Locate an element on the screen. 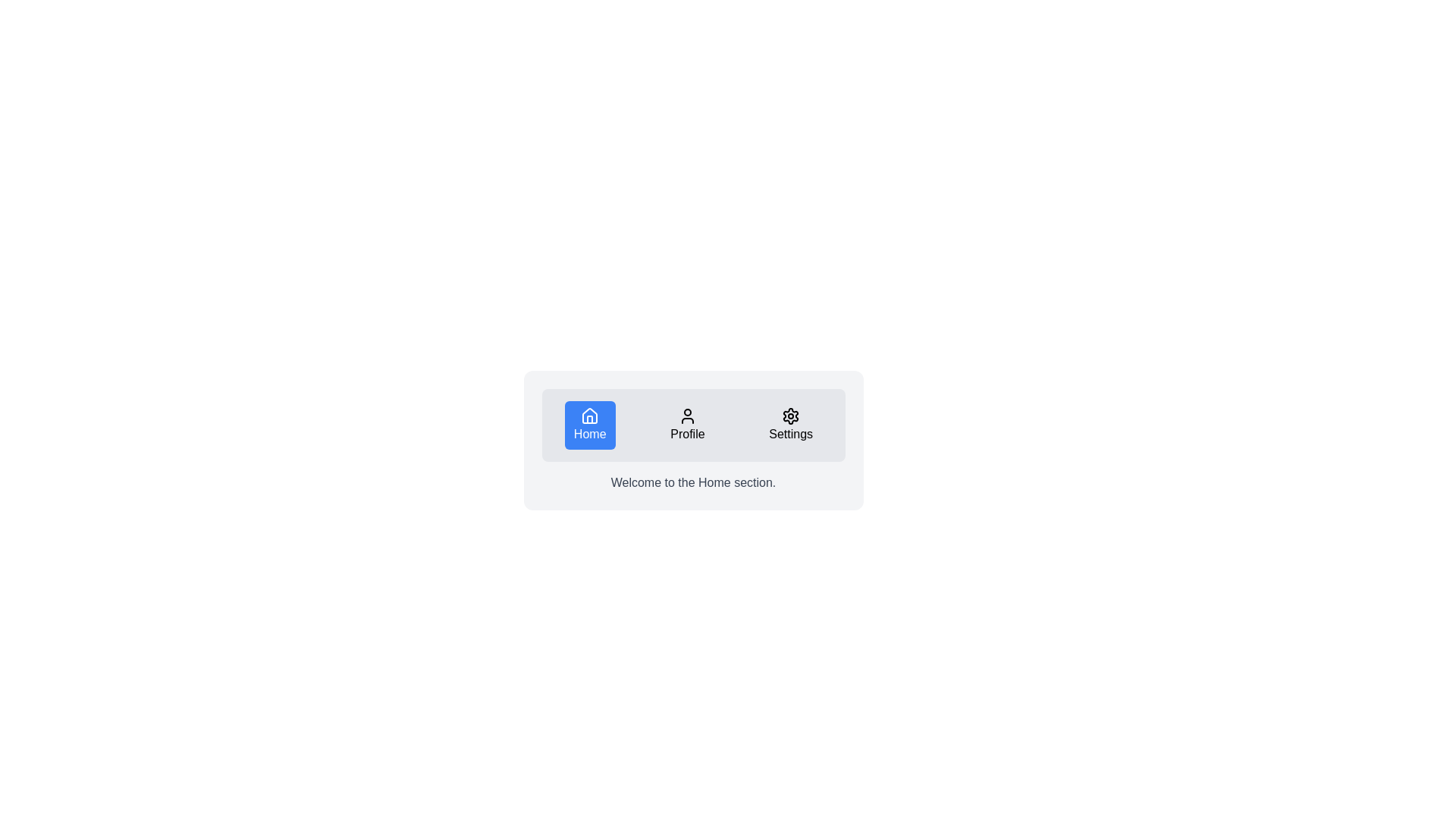 The image size is (1456, 819). the blue rectangular button with white text 'Home' and a house-shaped icon is located at coordinates (589, 425).